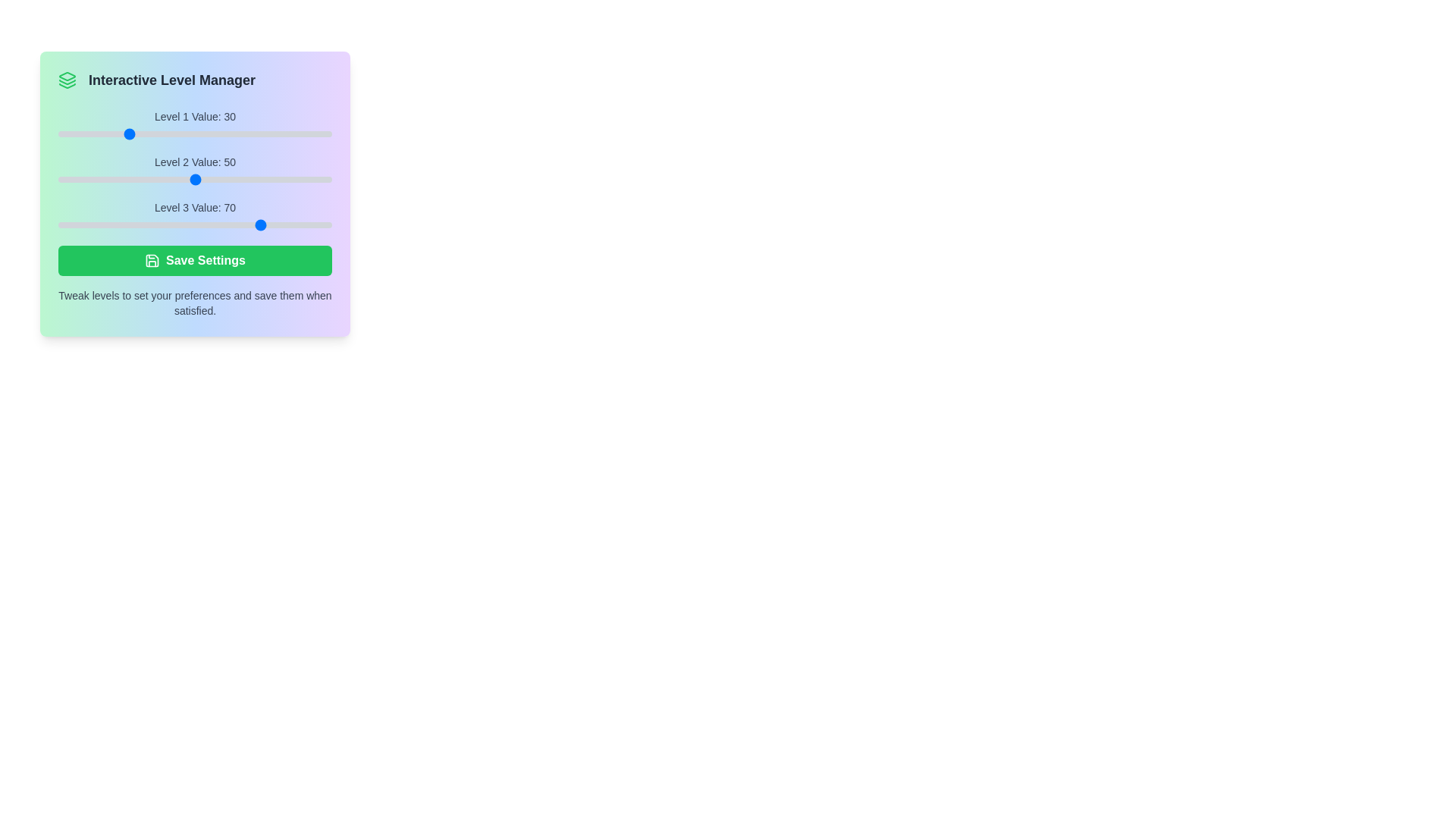 Image resolution: width=1456 pixels, height=819 pixels. I want to click on the slider value, so click(225, 178).